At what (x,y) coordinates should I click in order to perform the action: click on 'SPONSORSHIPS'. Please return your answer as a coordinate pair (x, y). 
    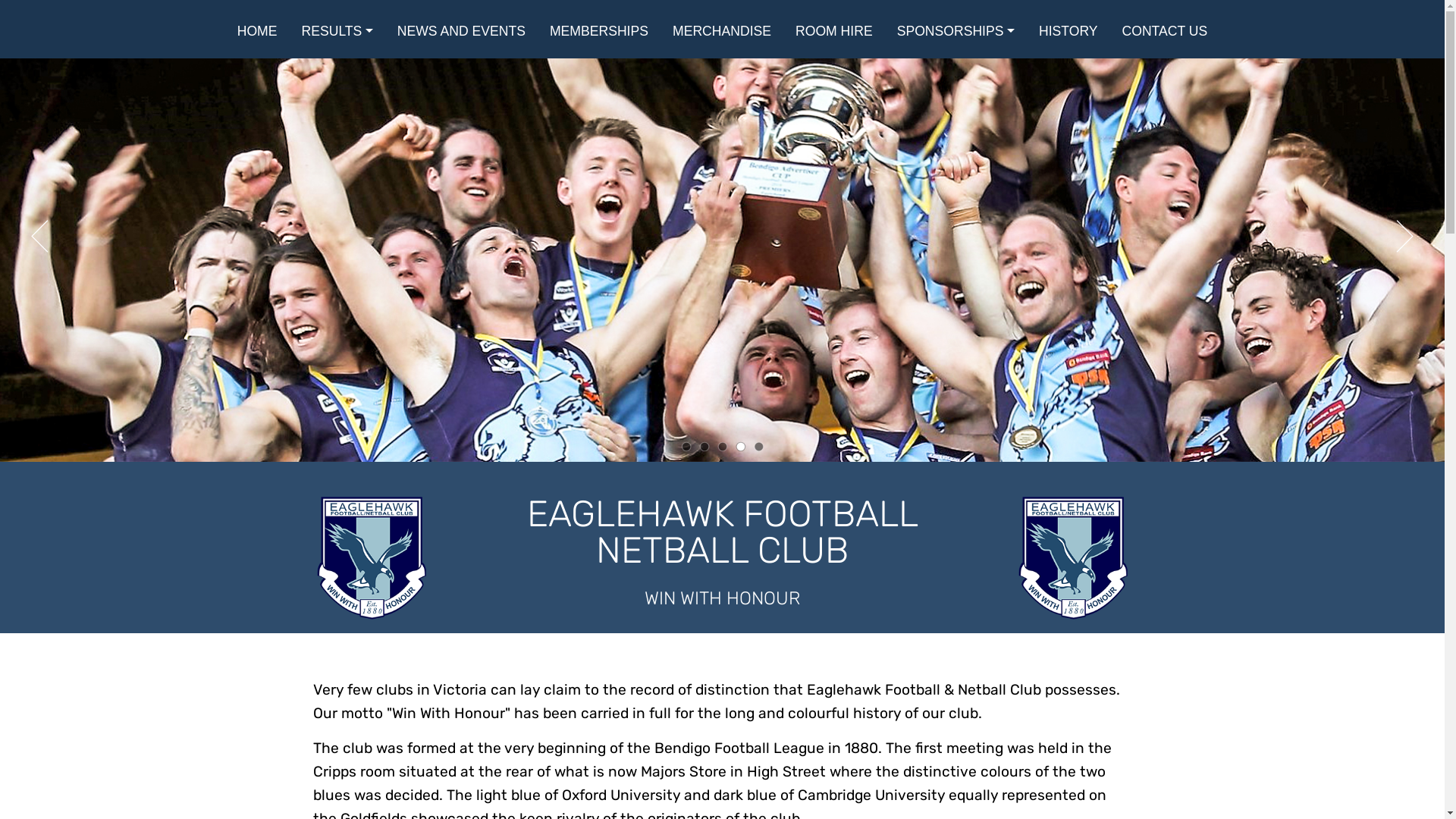
    Looking at the image, I should click on (884, 31).